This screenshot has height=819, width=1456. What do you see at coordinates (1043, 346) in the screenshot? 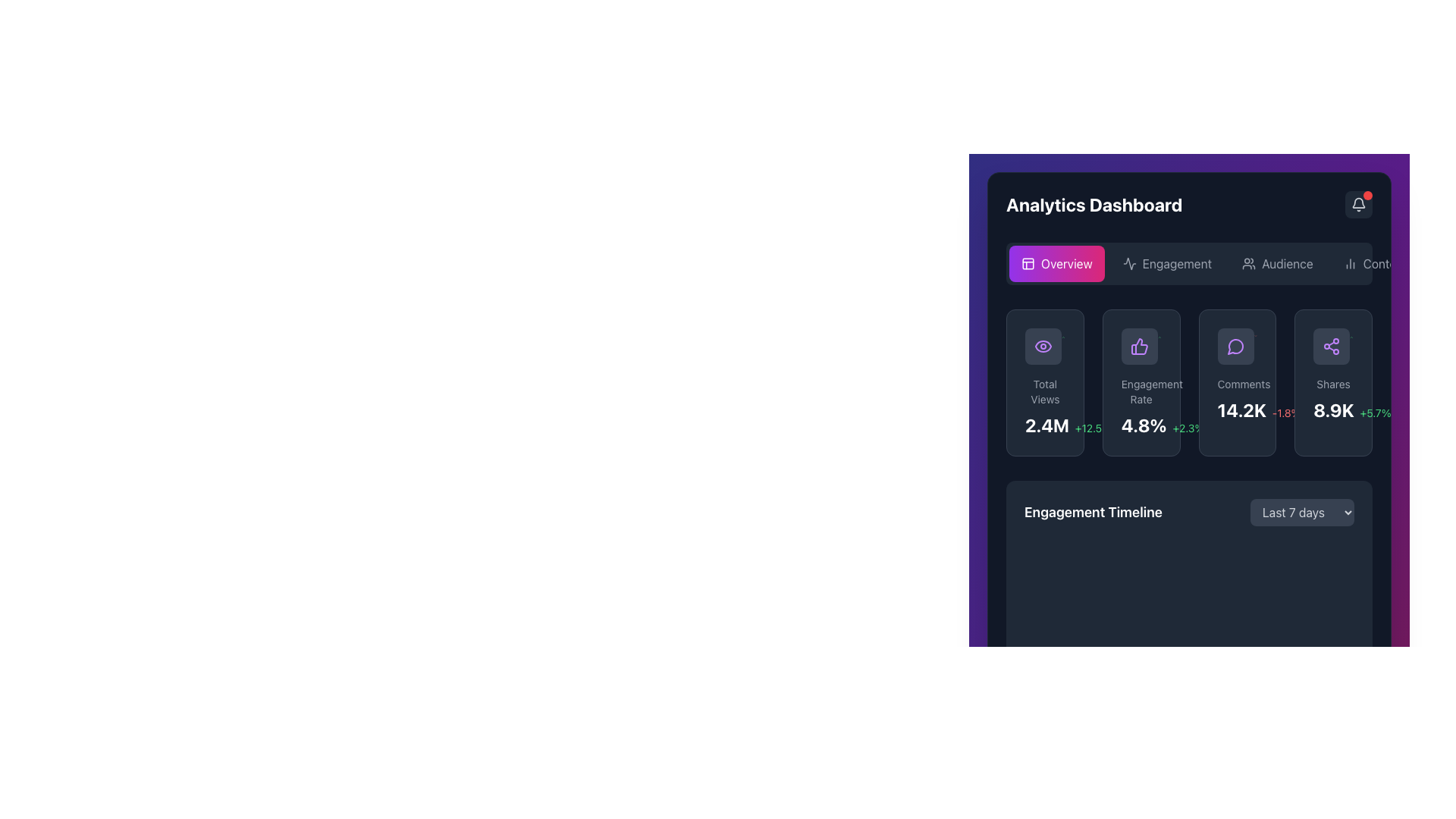
I see `the visibility icon button located on the left side of a row of interactive buttons below the page headers` at bounding box center [1043, 346].